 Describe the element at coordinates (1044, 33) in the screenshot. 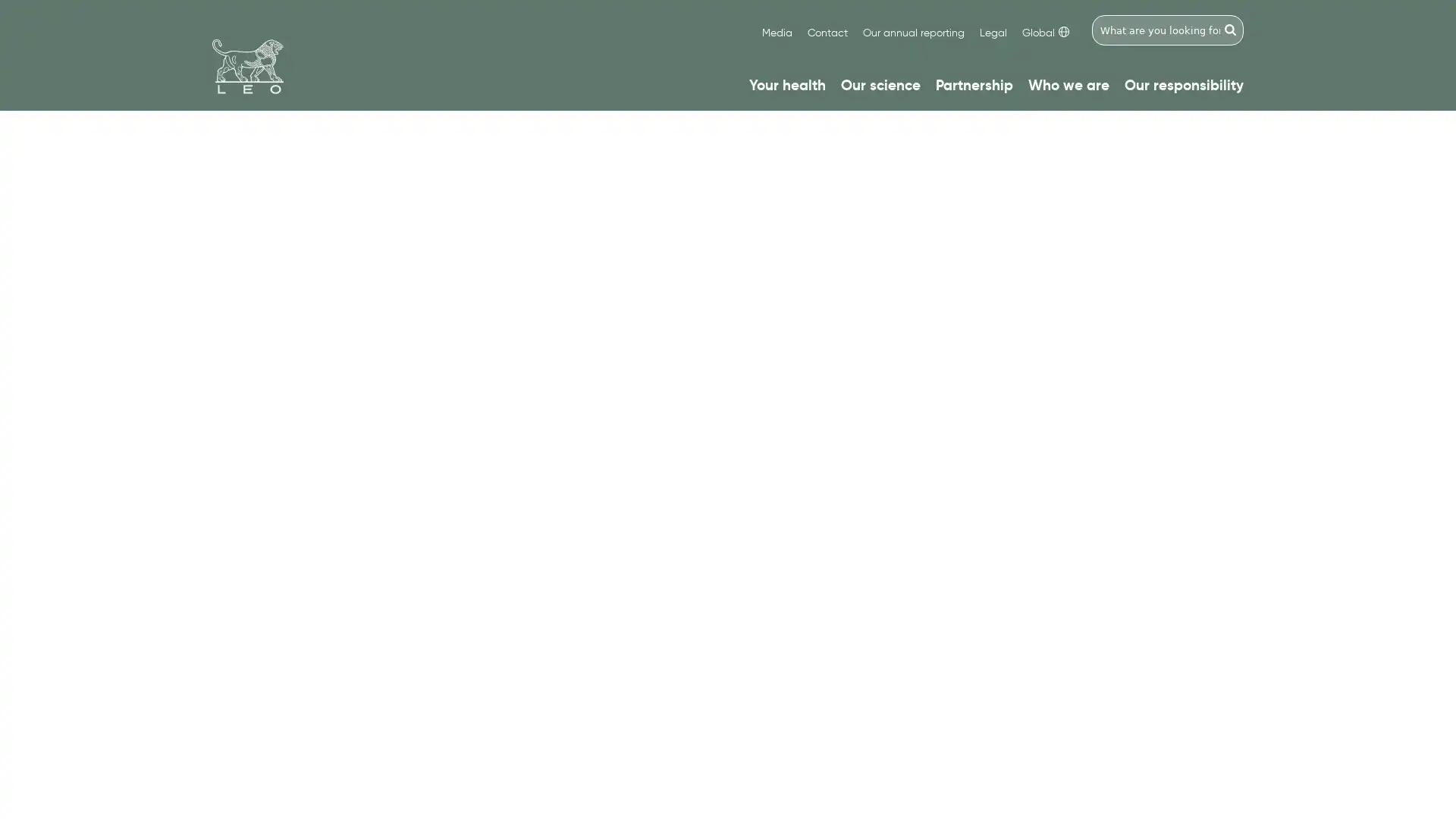

I see `Global` at that location.